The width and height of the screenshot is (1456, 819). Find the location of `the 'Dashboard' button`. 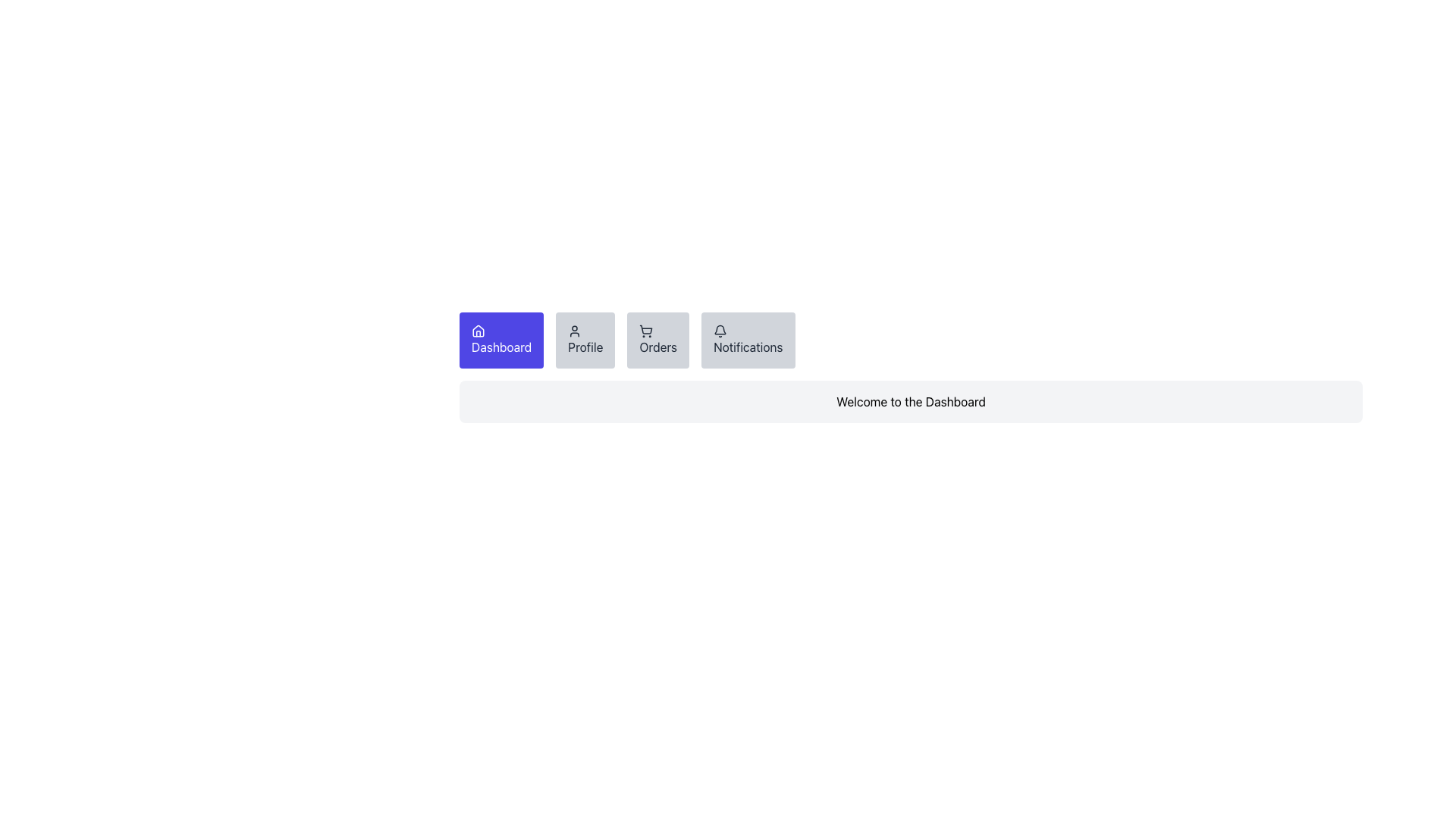

the 'Dashboard' button is located at coordinates (501, 339).